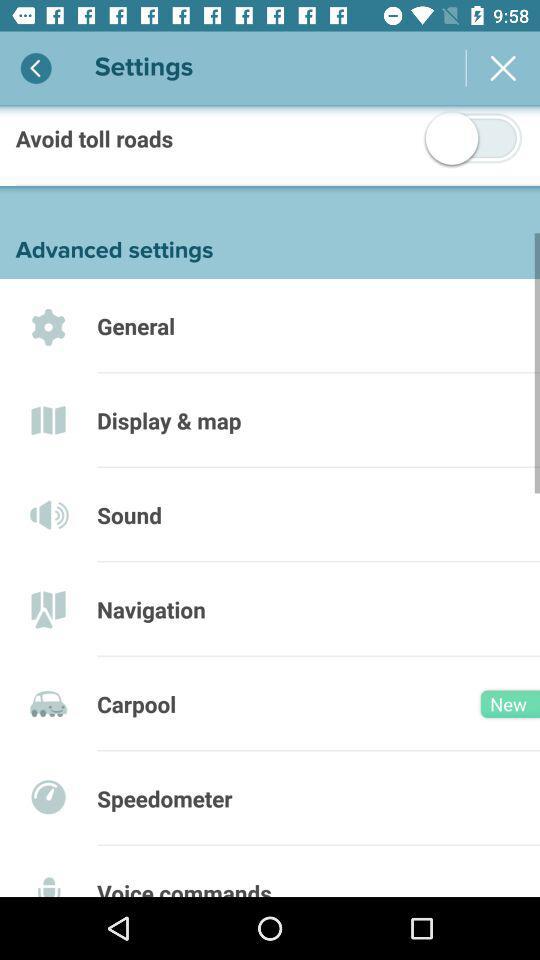  What do you see at coordinates (48, 715) in the screenshot?
I see `tag the icon left to carpool` at bounding box center [48, 715].